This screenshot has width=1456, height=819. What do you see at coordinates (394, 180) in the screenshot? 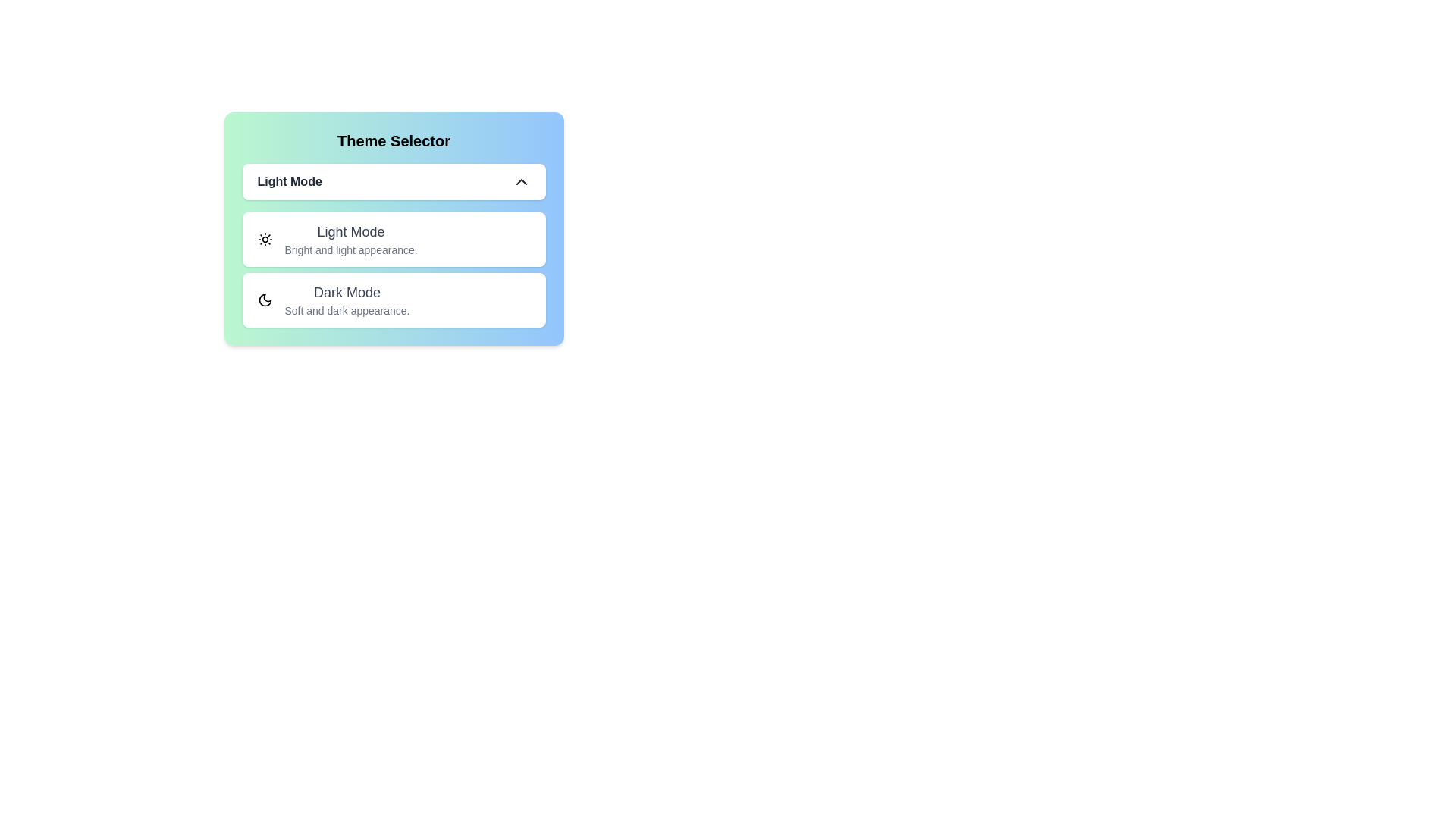
I see `the button labeled 'Light Mode' to toggle the visibility of the theme menu` at bounding box center [394, 180].